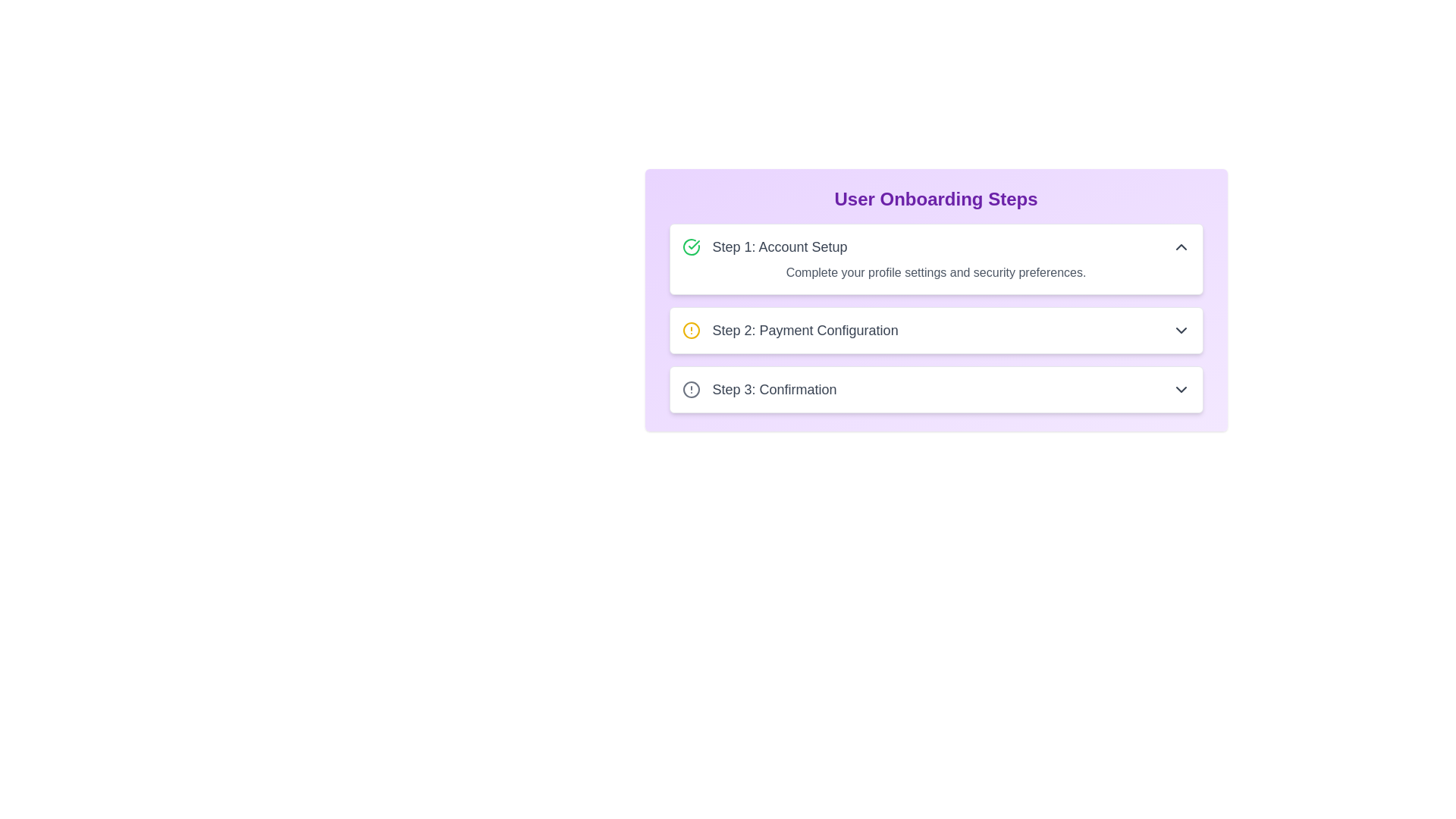 This screenshot has height=819, width=1456. I want to click on the text label 'Step 1: Account Setup' which is displayed in a medium-sized, regular sans-serif font, located near the top of the 'User Onboarding Steps' box, adjacent to a green checkmark icon, so click(780, 246).